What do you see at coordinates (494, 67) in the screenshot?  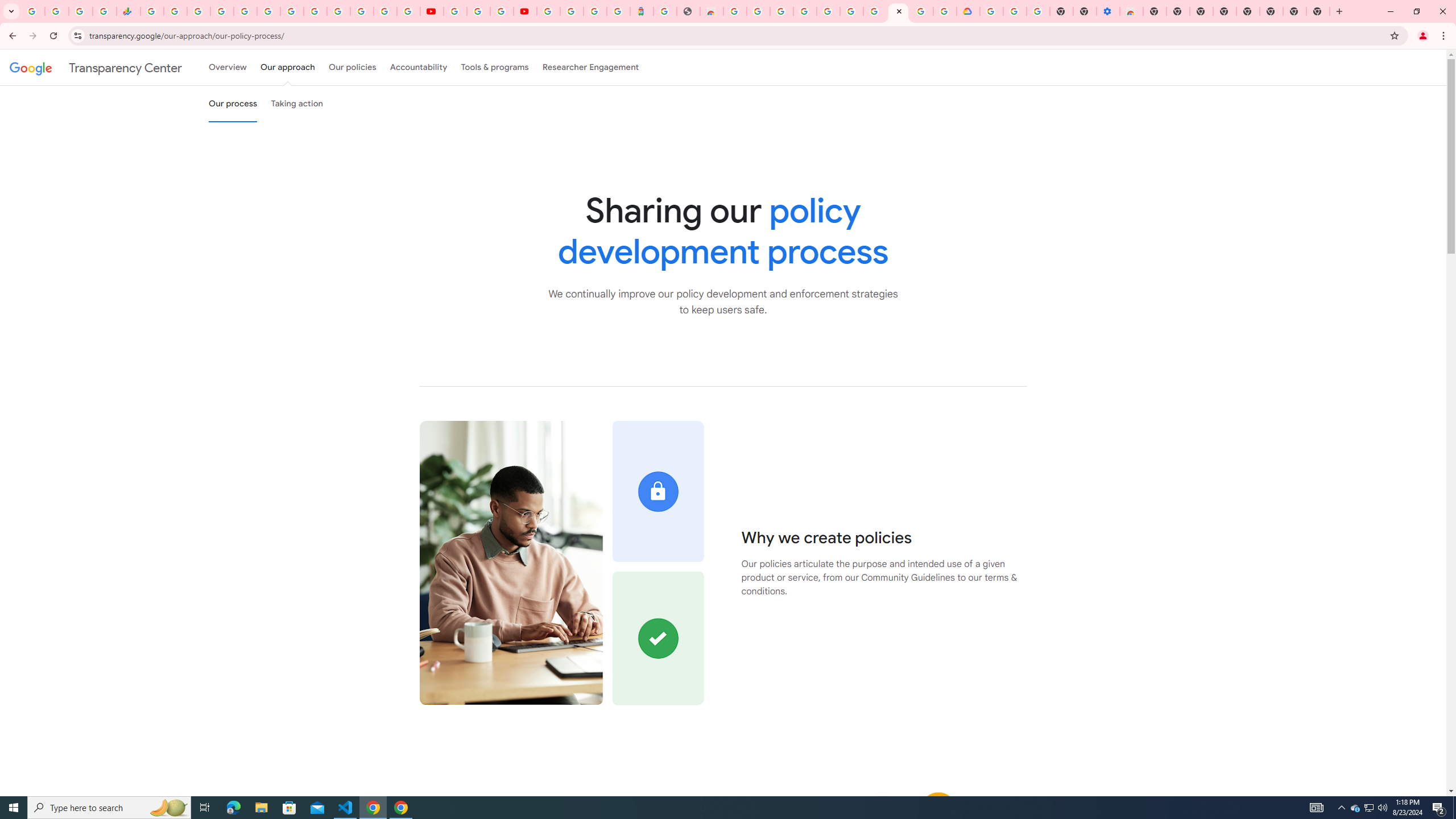 I see `'Tools & programs'` at bounding box center [494, 67].